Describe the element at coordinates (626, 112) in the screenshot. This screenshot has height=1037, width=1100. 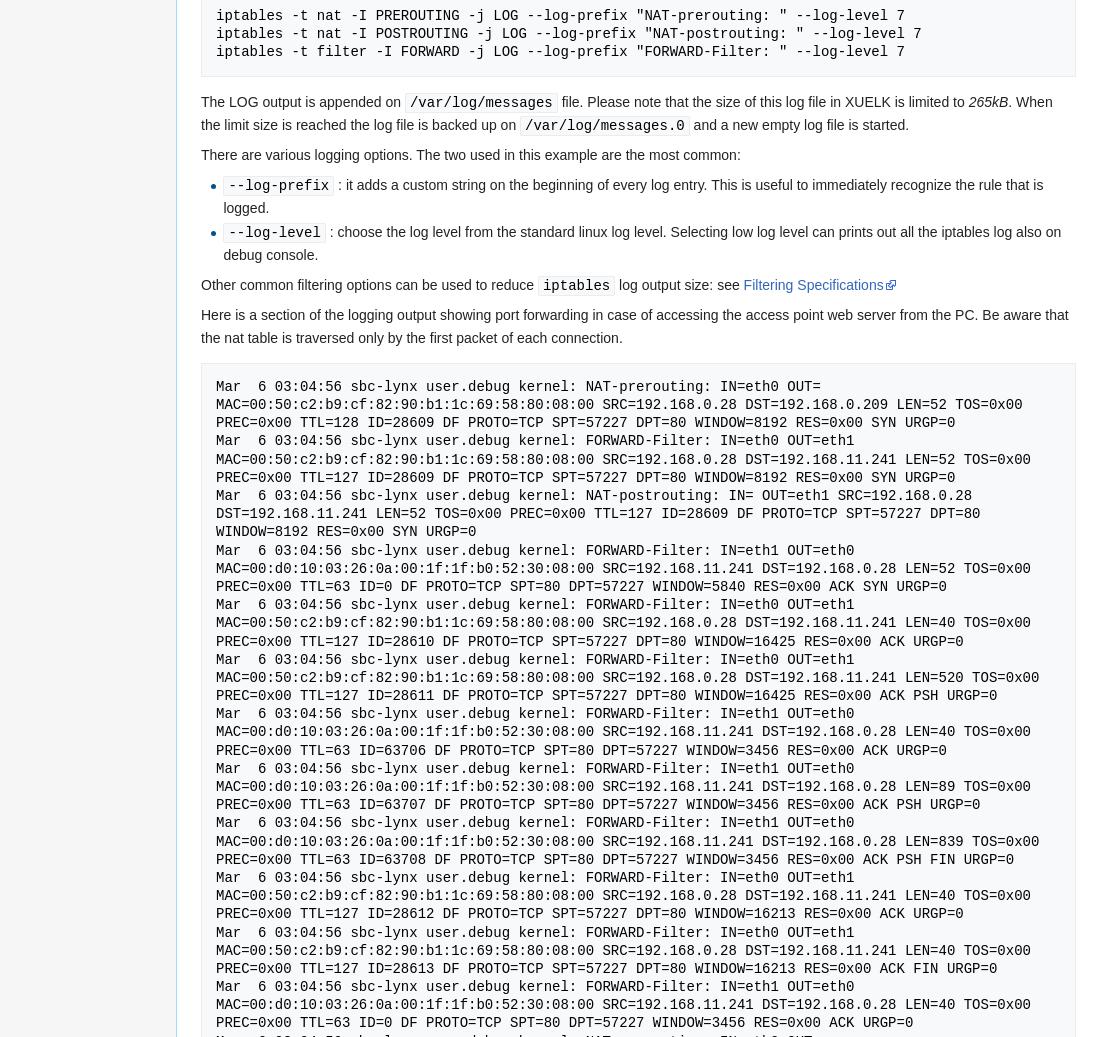
I see `'. When the limit size is reached the log file is backed up on'` at that location.